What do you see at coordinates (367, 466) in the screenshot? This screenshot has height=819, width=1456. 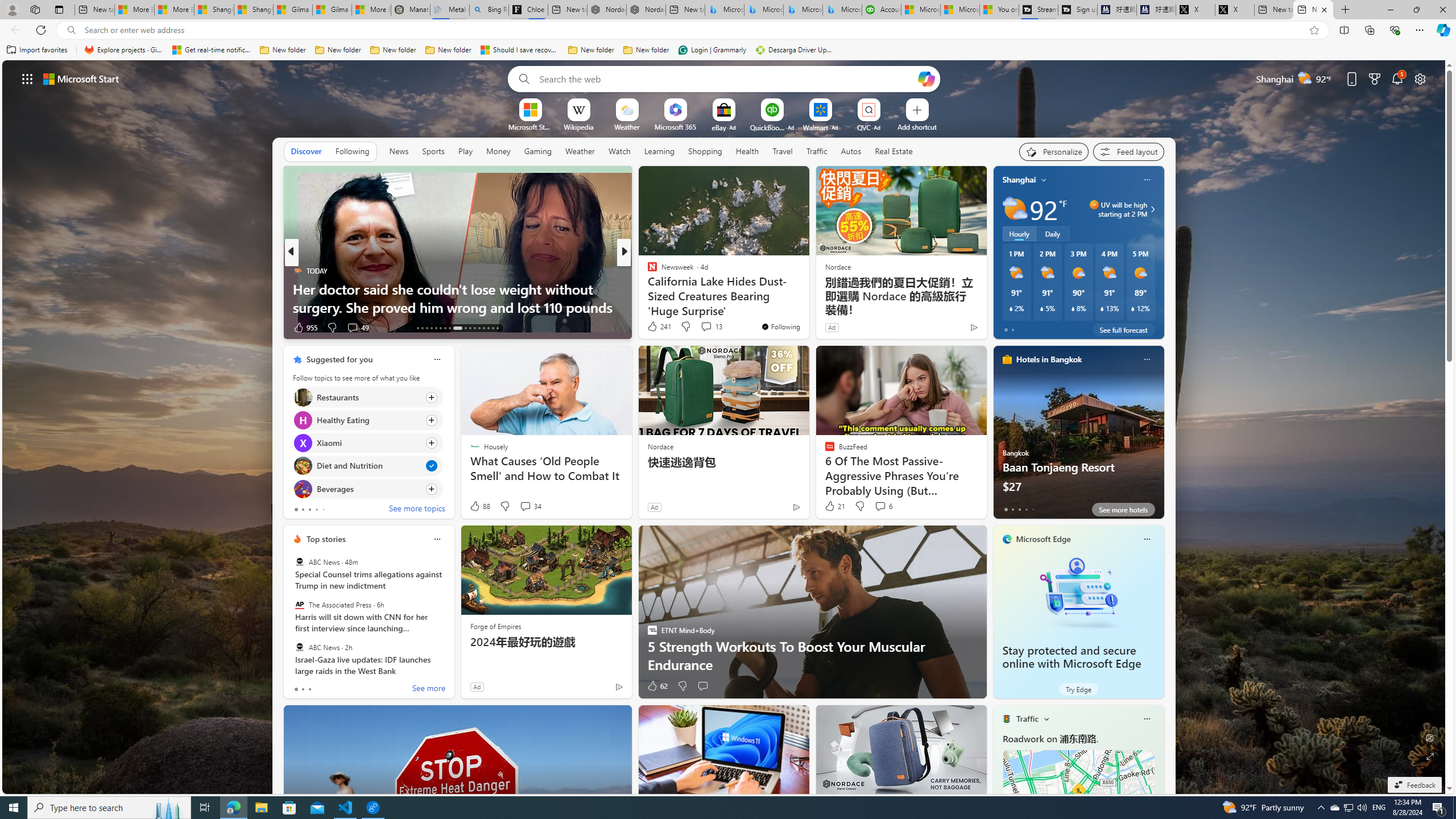 I see `'Click to unfollow topic Diet and Nutrition'` at bounding box center [367, 466].